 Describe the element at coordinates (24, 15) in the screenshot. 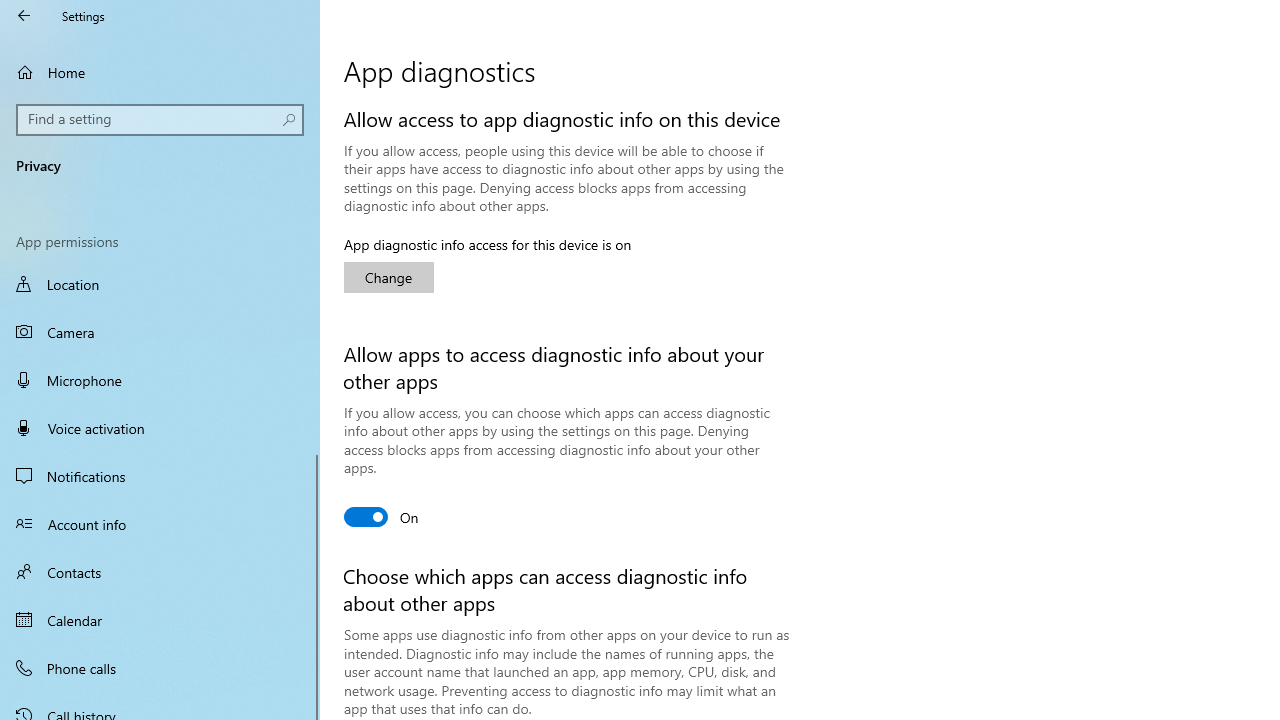

I see `'Back'` at that location.